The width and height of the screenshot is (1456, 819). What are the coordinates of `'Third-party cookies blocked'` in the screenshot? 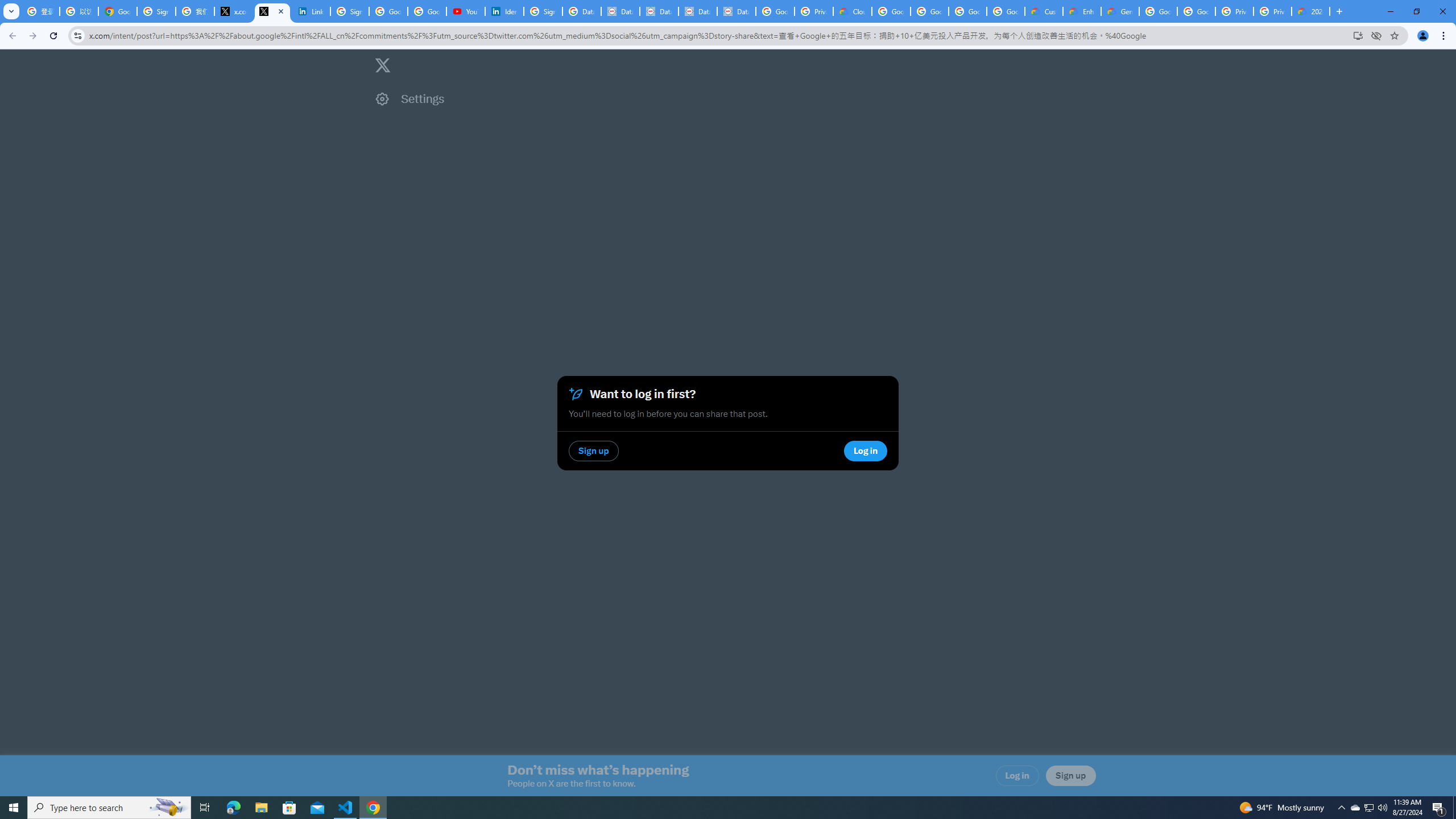 It's located at (1376, 35).